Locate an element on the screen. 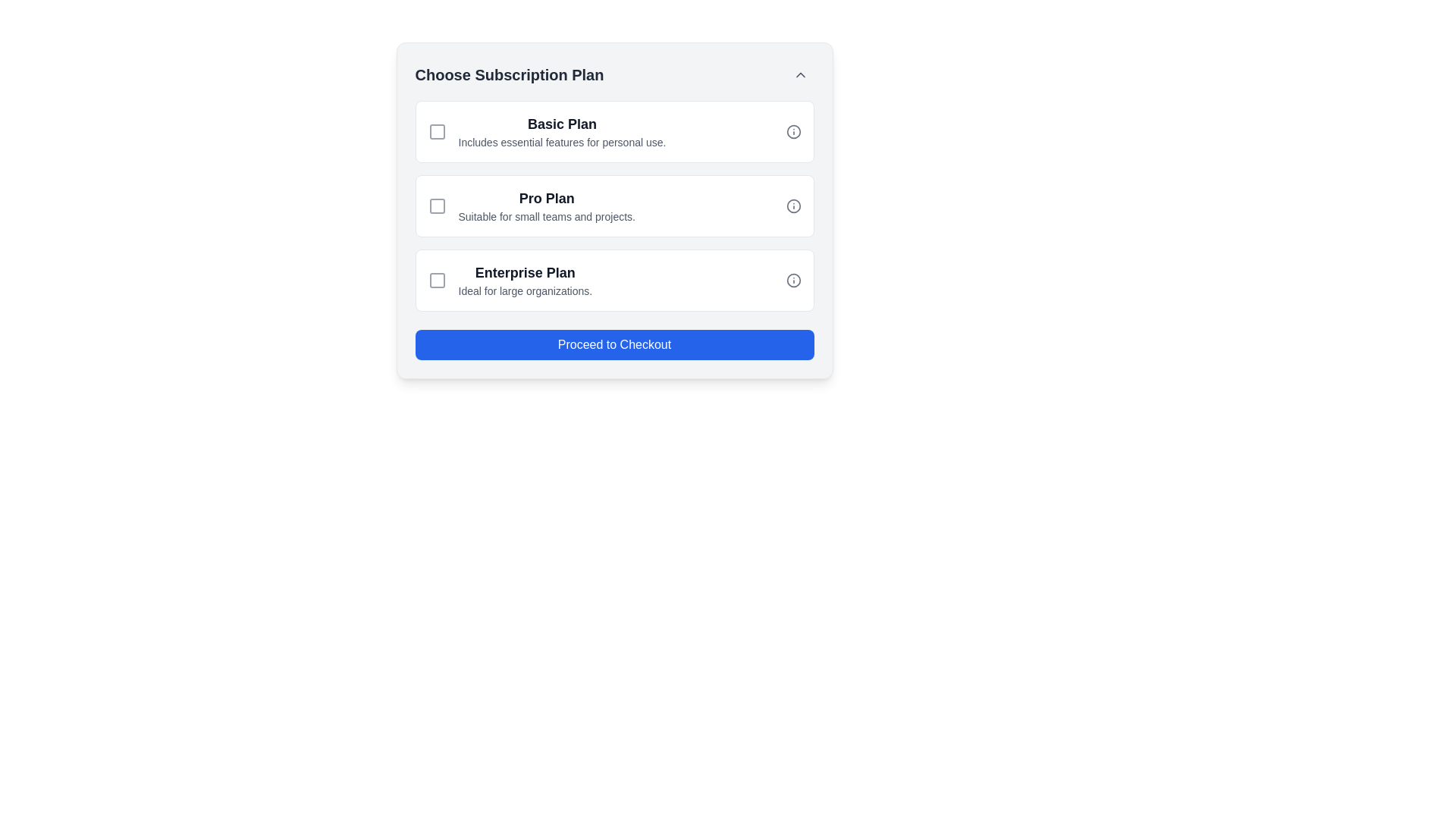 The width and height of the screenshot is (1456, 819). the Icon component (circle outline) located within the third subscription plan option (Enterprise Plan) aligned to the right edge of its description text is located at coordinates (792, 281).